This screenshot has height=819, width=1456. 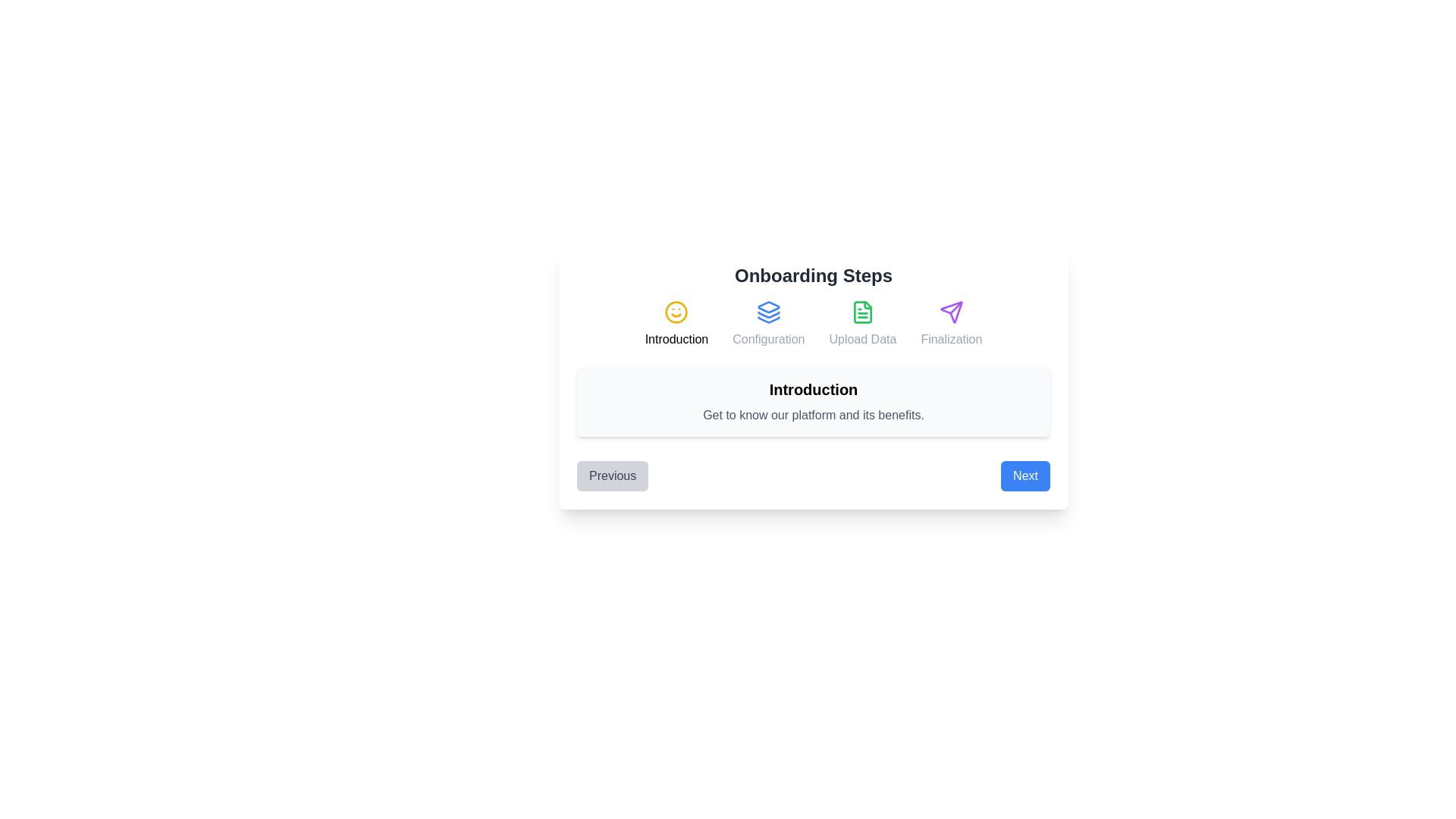 I want to click on the 'Next' button located at the bottom-right of the onboarding steps interface, so click(x=1025, y=475).